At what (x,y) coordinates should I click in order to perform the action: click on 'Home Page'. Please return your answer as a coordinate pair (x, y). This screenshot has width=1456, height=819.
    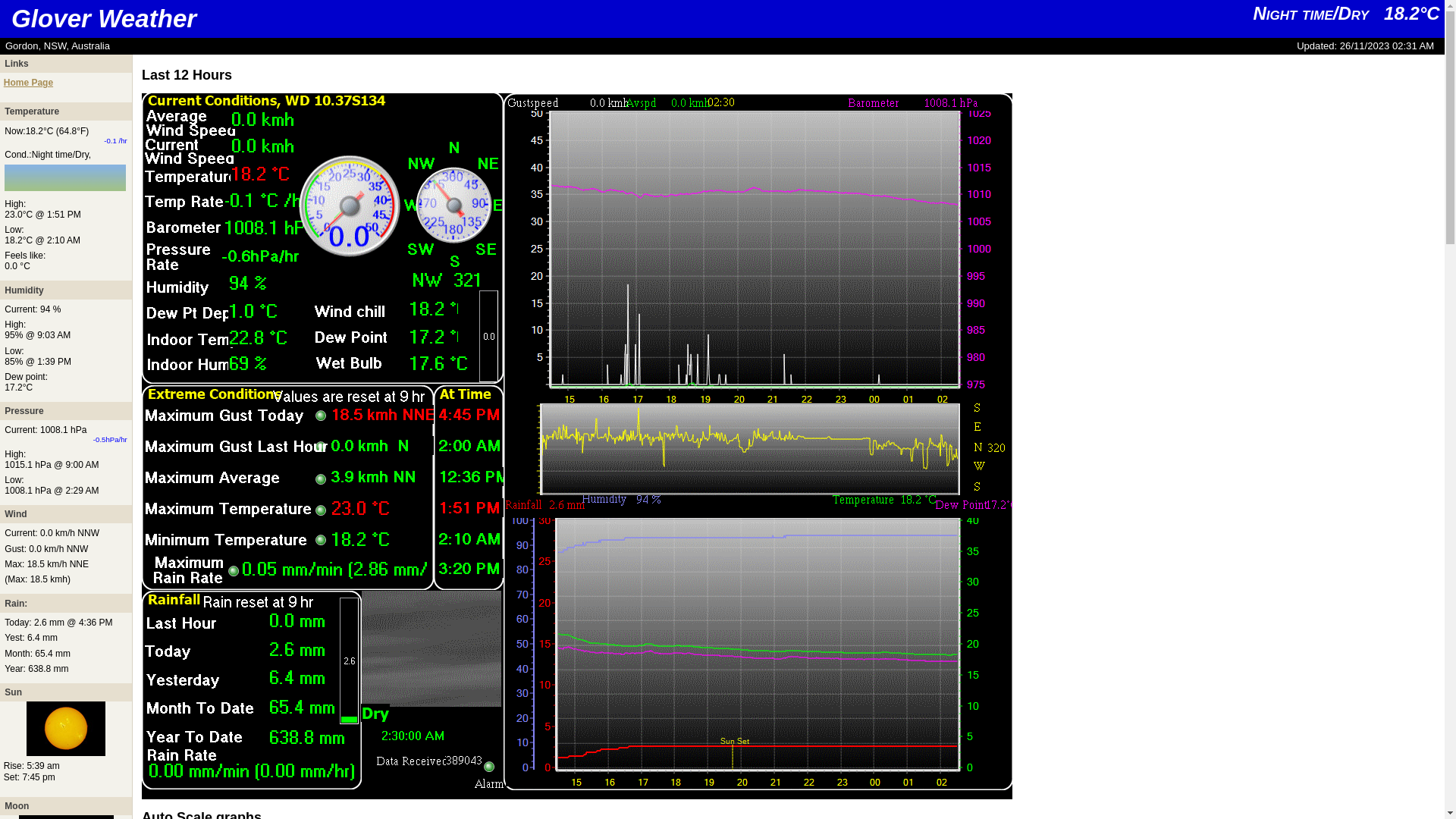
    Looking at the image, I should click on (28, 82).